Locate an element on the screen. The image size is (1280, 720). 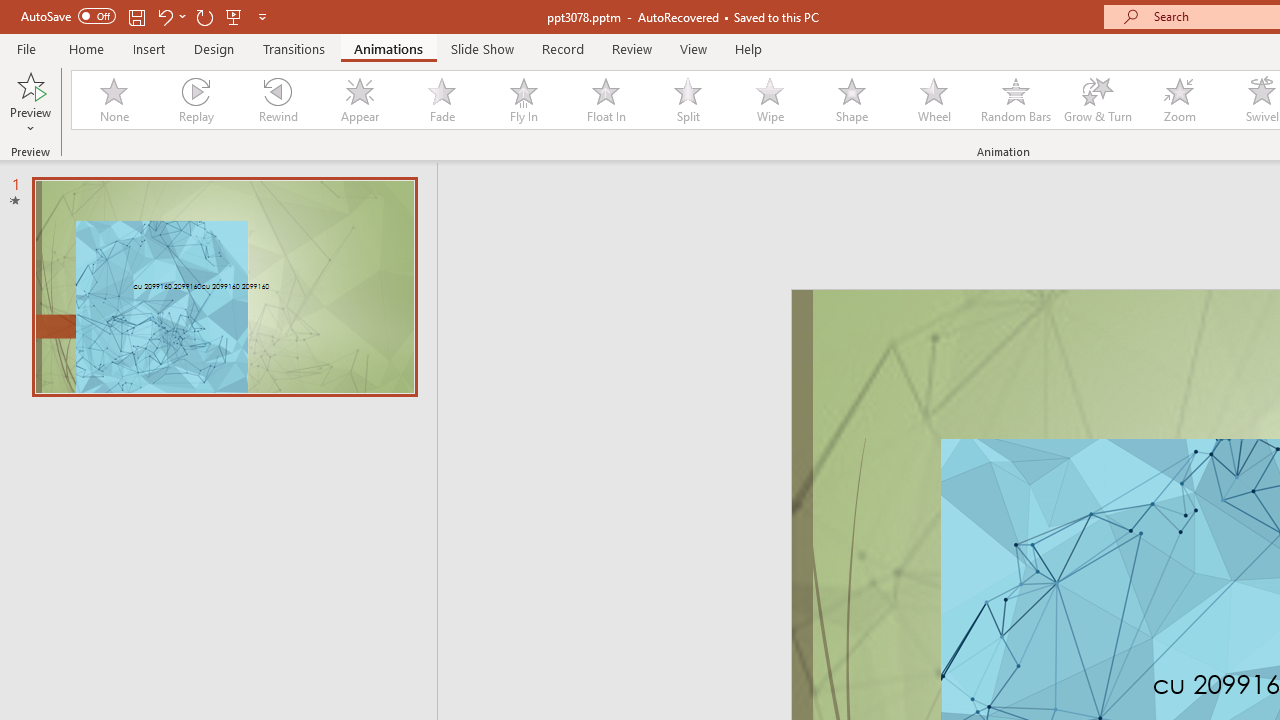
'Float In' is located at coordinates (604, 100).